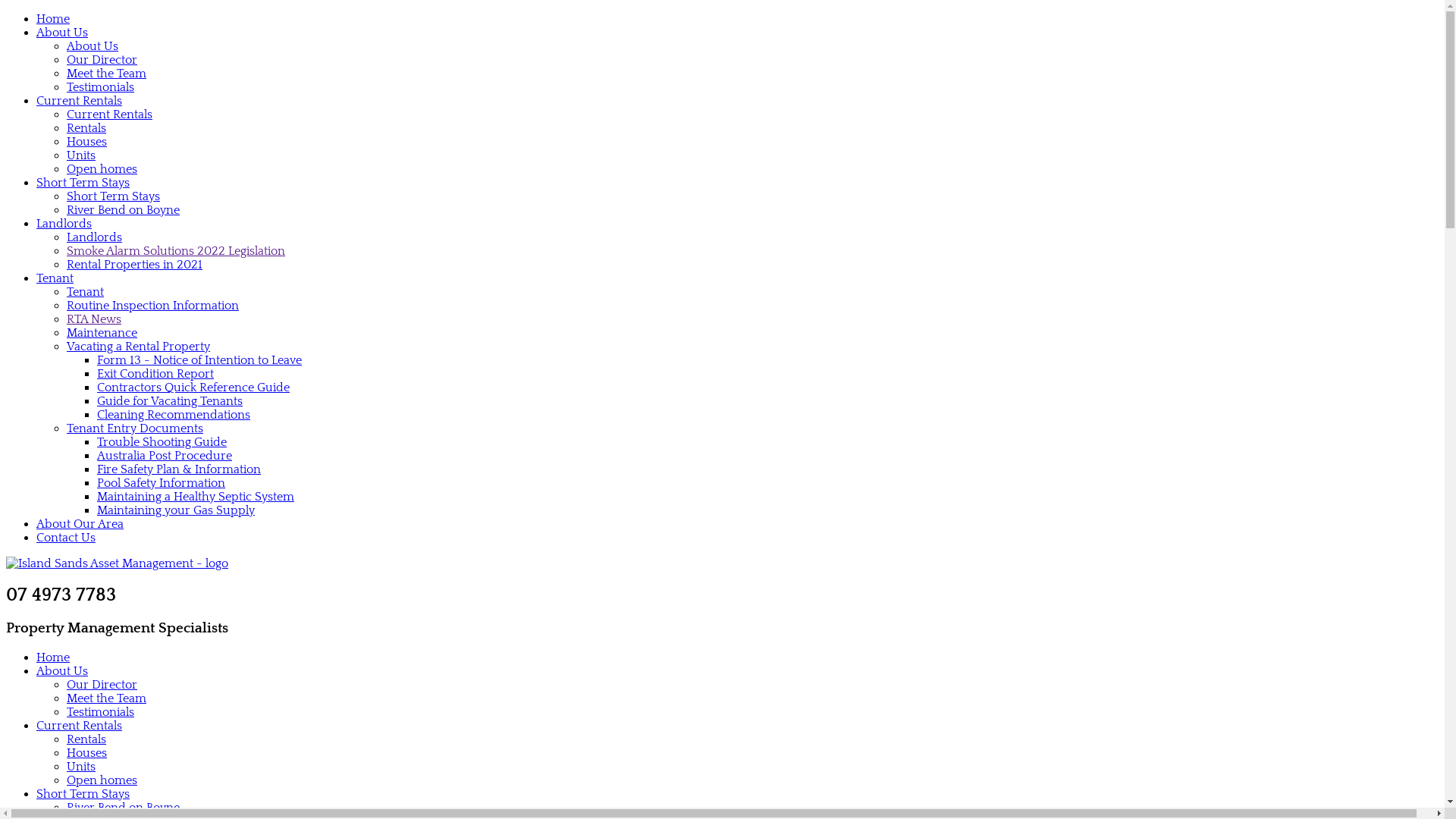 This screenshot has height=819, width=1456. What do you see at coordinates (123, 210) in the screenshot?
I see `'River Bend on Boyne'` at bounding box center [123, 210].